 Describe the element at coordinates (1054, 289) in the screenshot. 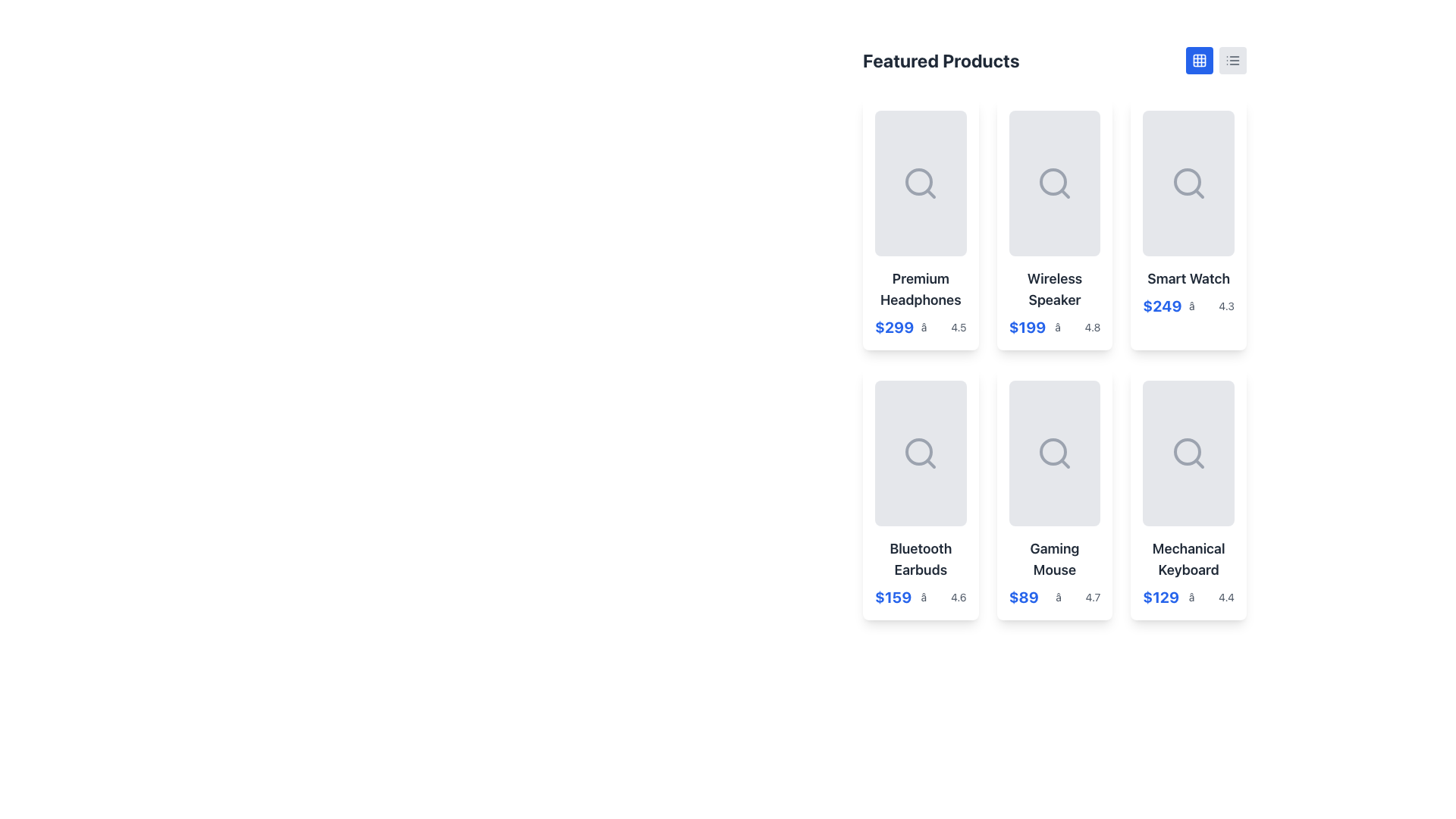

I see `the static text label that displays the name of the product, located centrally within its card in the second column of the first row of the grid` at that location.